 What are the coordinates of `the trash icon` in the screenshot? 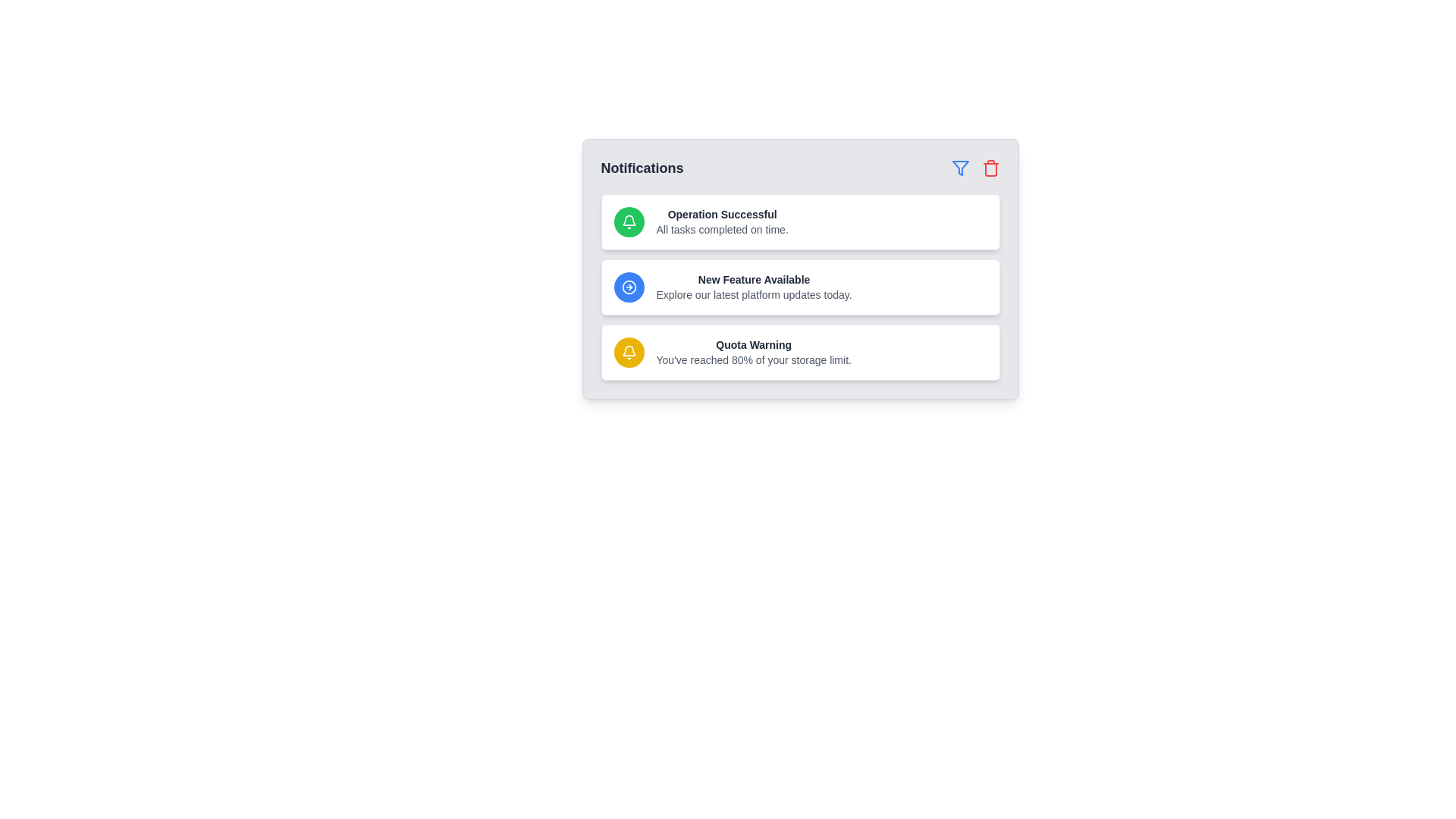 It's located at (990, 169).